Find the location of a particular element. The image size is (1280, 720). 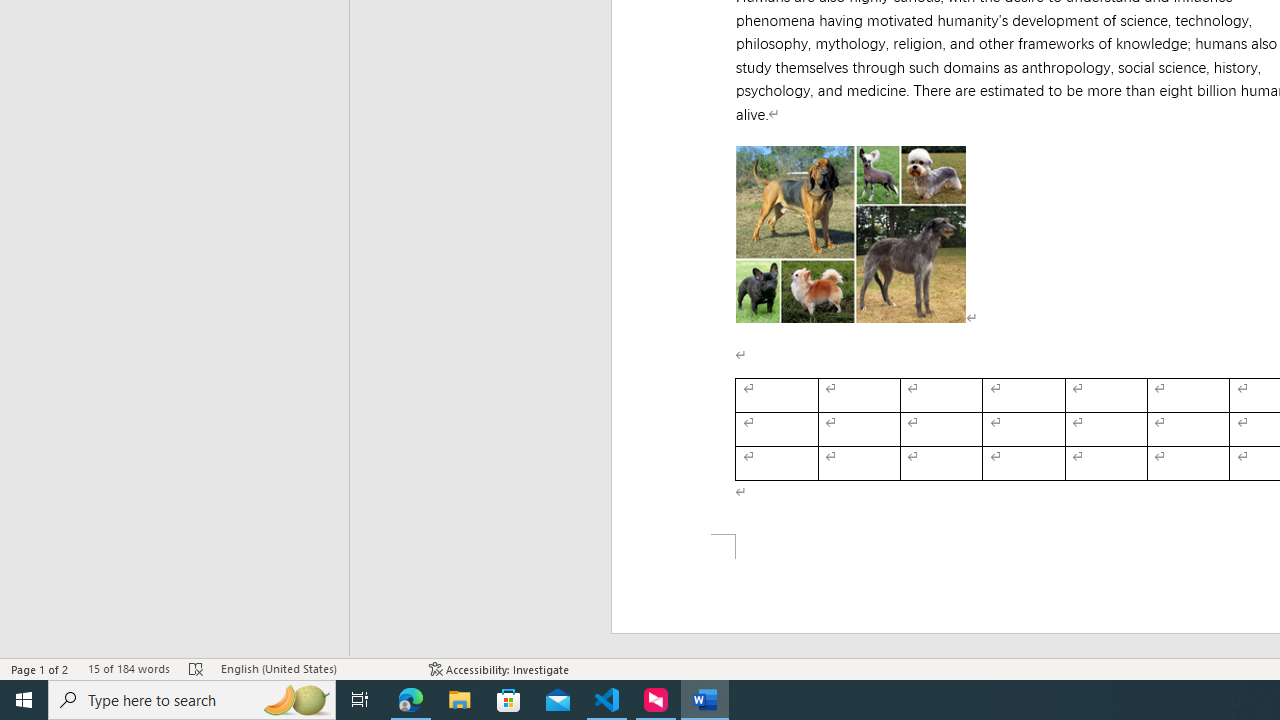

'Language English (United States)' is located at coordinates (314, 669).